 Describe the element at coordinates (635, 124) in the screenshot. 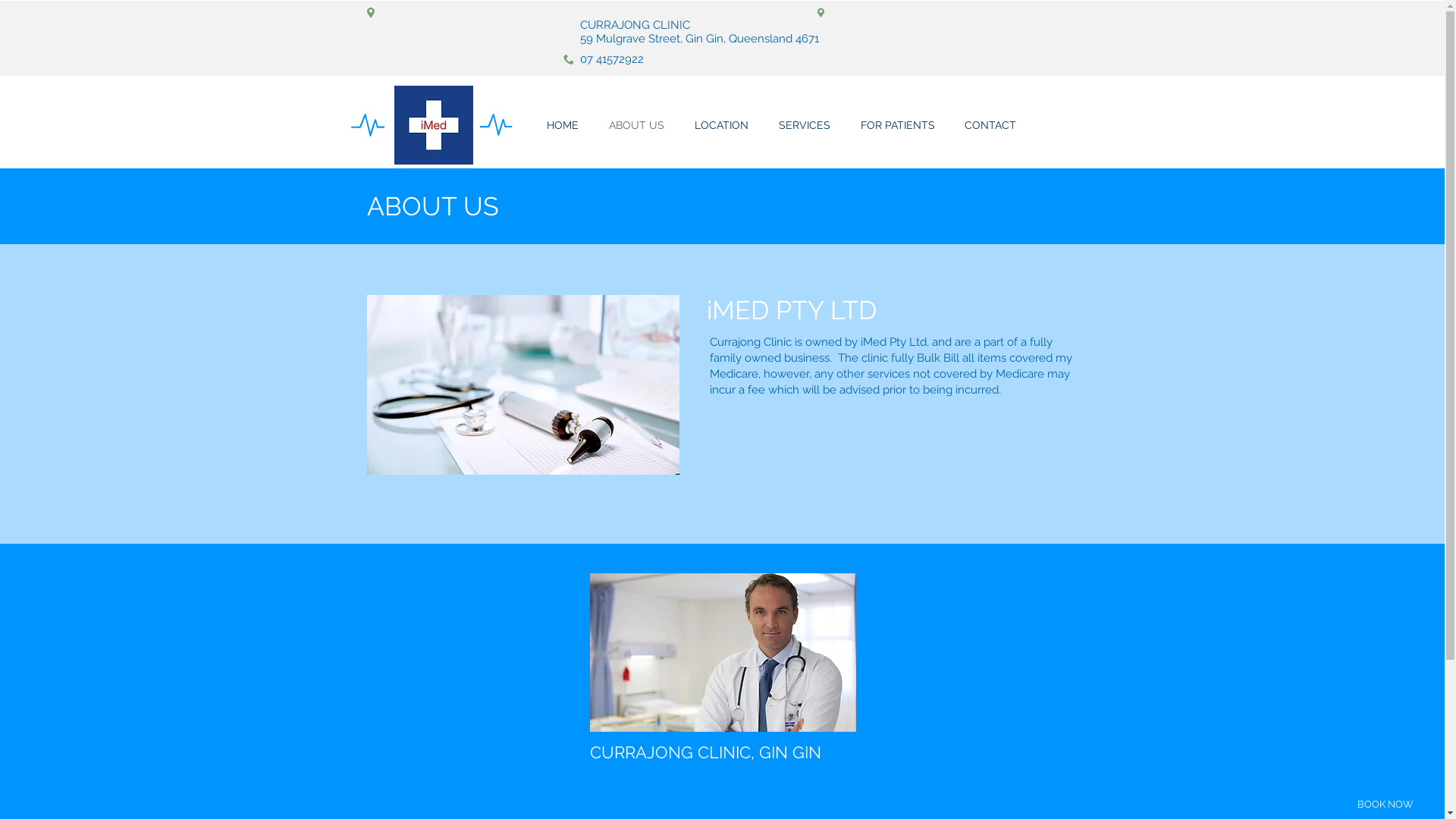

I see `'ABOUT US'` at that location.